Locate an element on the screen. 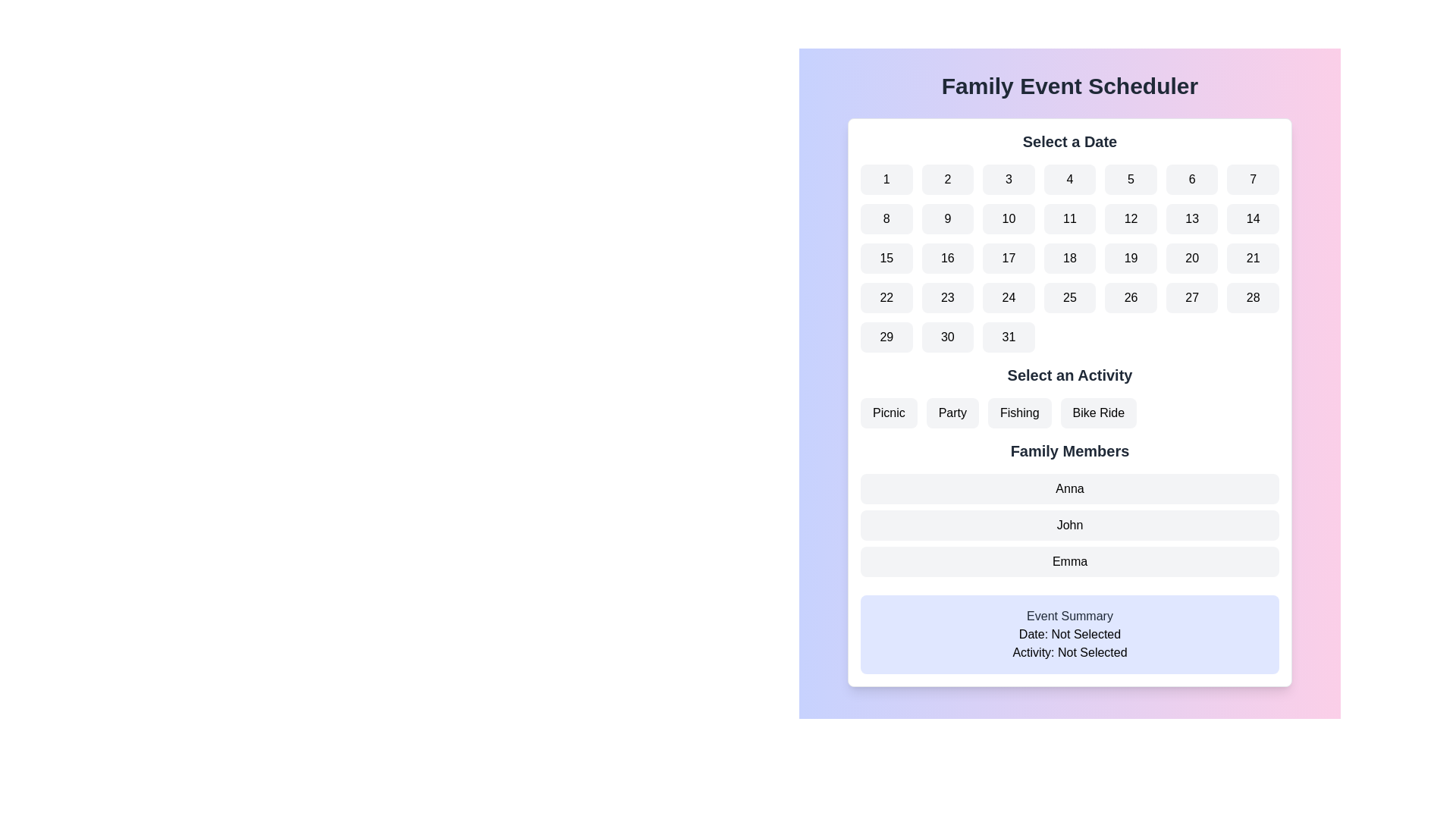 The width and height of the screenshot is (1456, 819). the List item labeled 'Emma', which is the third item in the 'Family Members' list is located at coordinates (1069, 561).